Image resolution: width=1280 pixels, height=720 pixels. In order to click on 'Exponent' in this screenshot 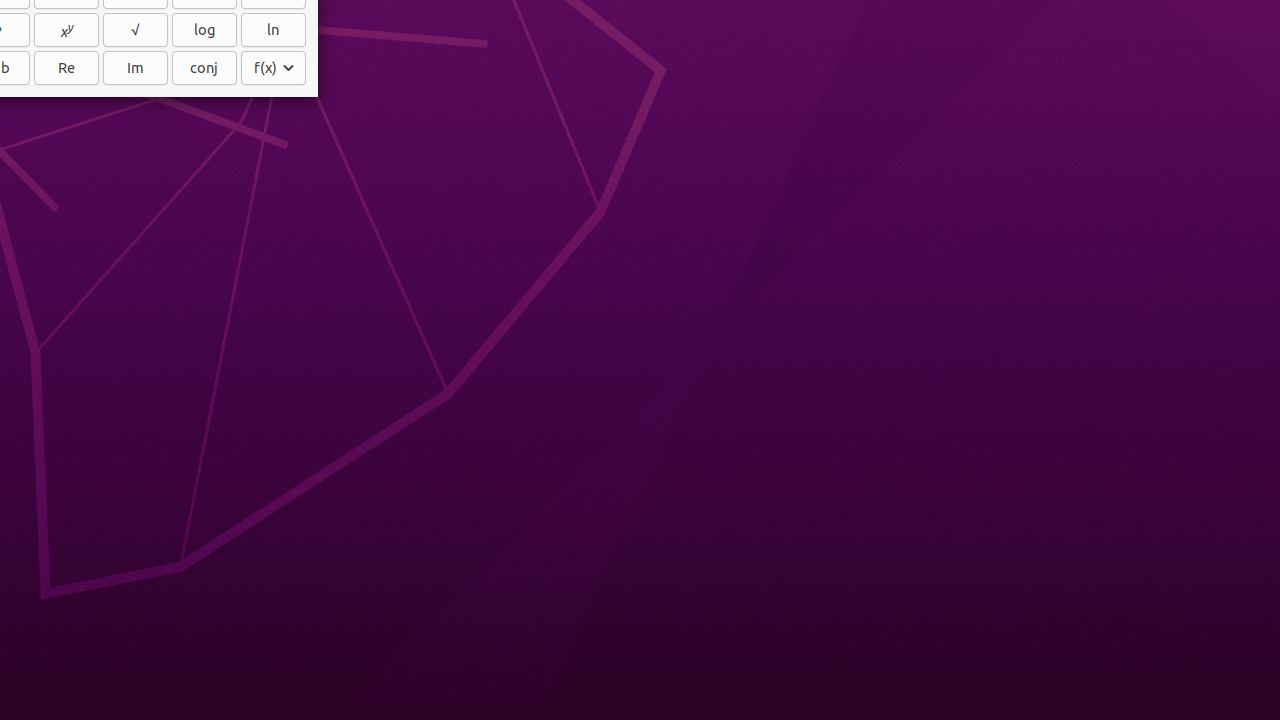, I will do `click(66, 30)`.